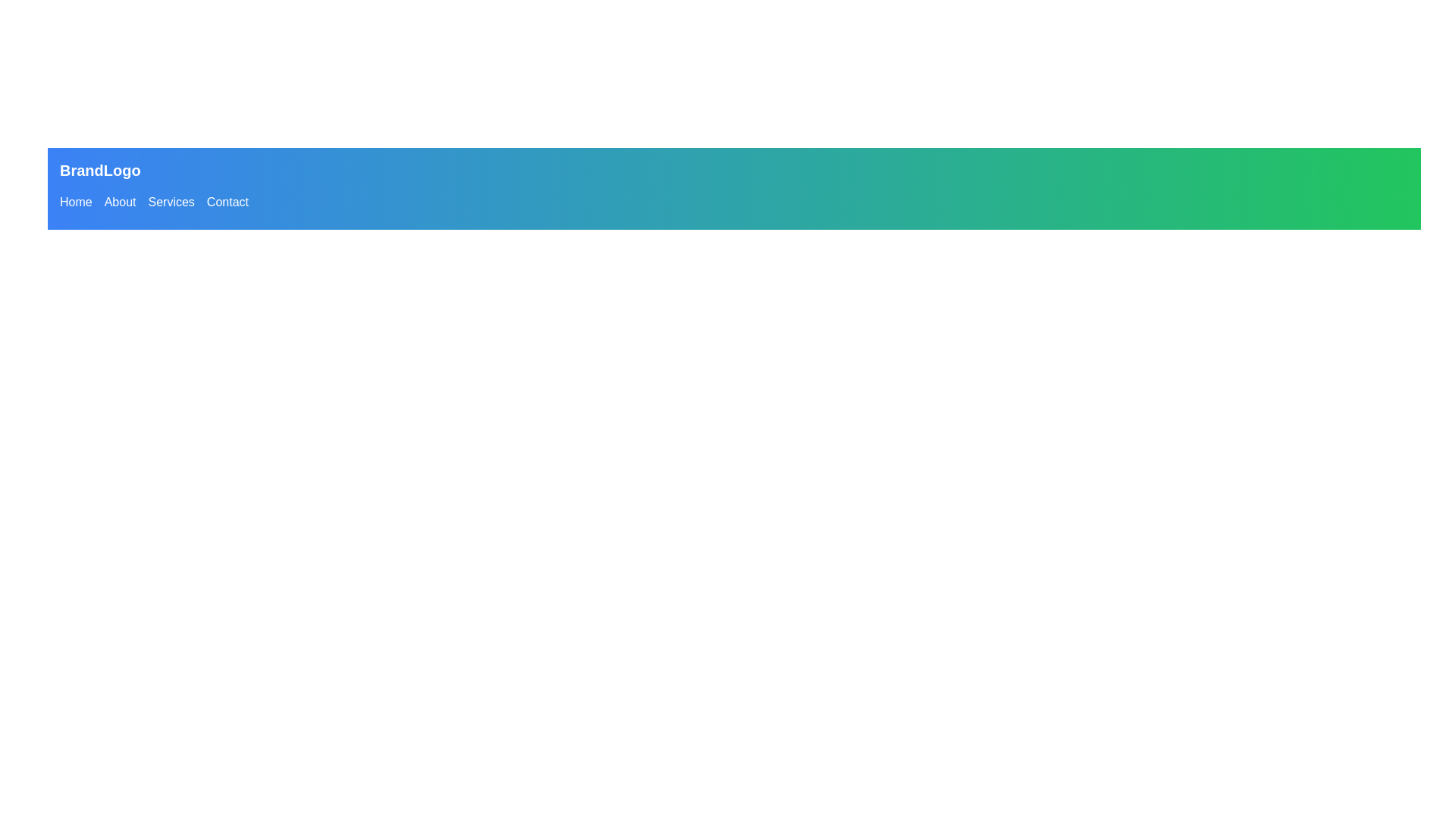  Describe the element at coordinates (119, 201) in the screenshot. I see `the 'About' button in the horizontal navigation bar` at that location.